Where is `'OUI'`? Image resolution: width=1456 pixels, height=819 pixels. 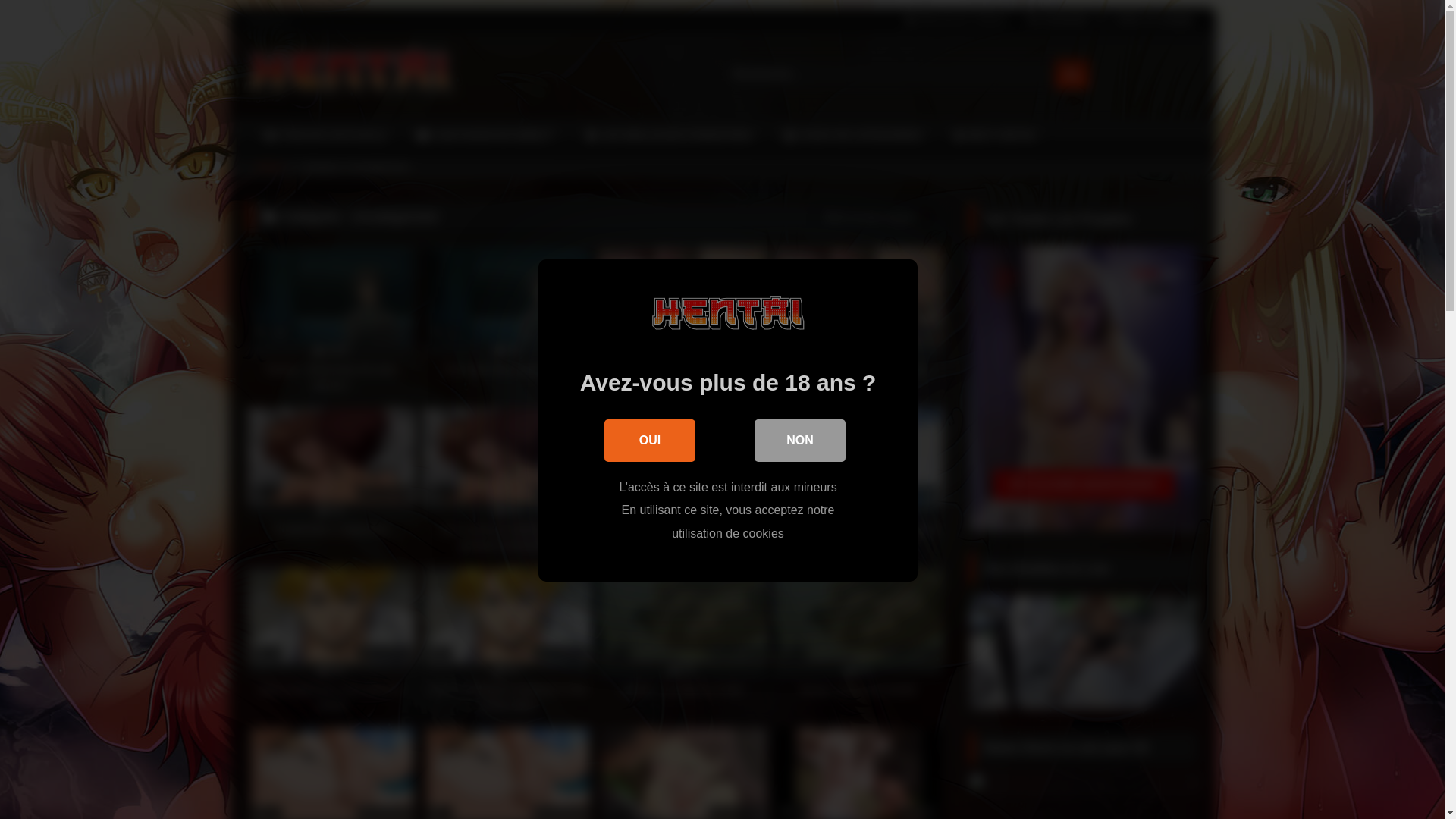
'OUI' is located at coordinates (650, 441).